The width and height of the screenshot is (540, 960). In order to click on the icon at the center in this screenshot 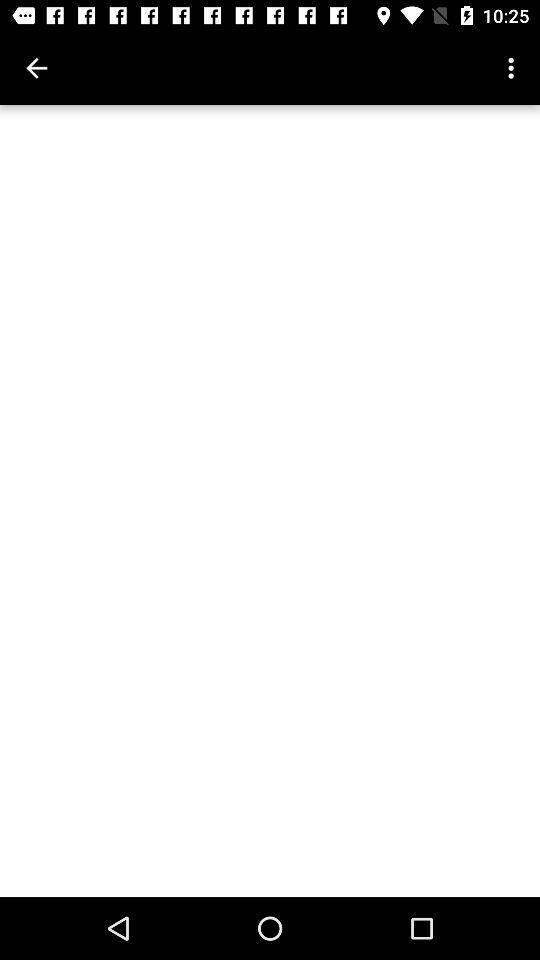, I will do `click(270, 500)`.